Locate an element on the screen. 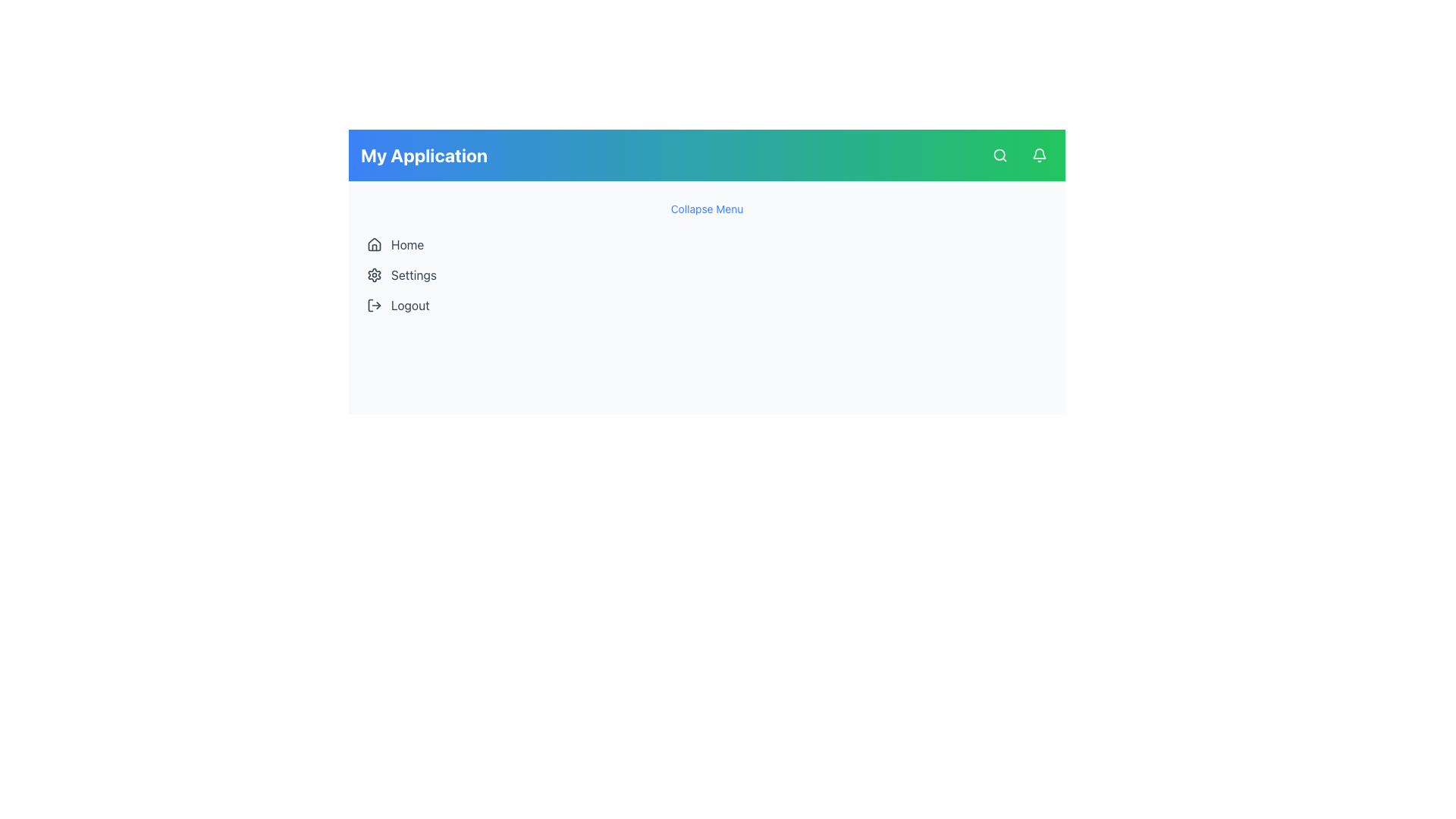  the 'Logout' label located at the bottom of the vertical menu is located at coordinates (410, 305).